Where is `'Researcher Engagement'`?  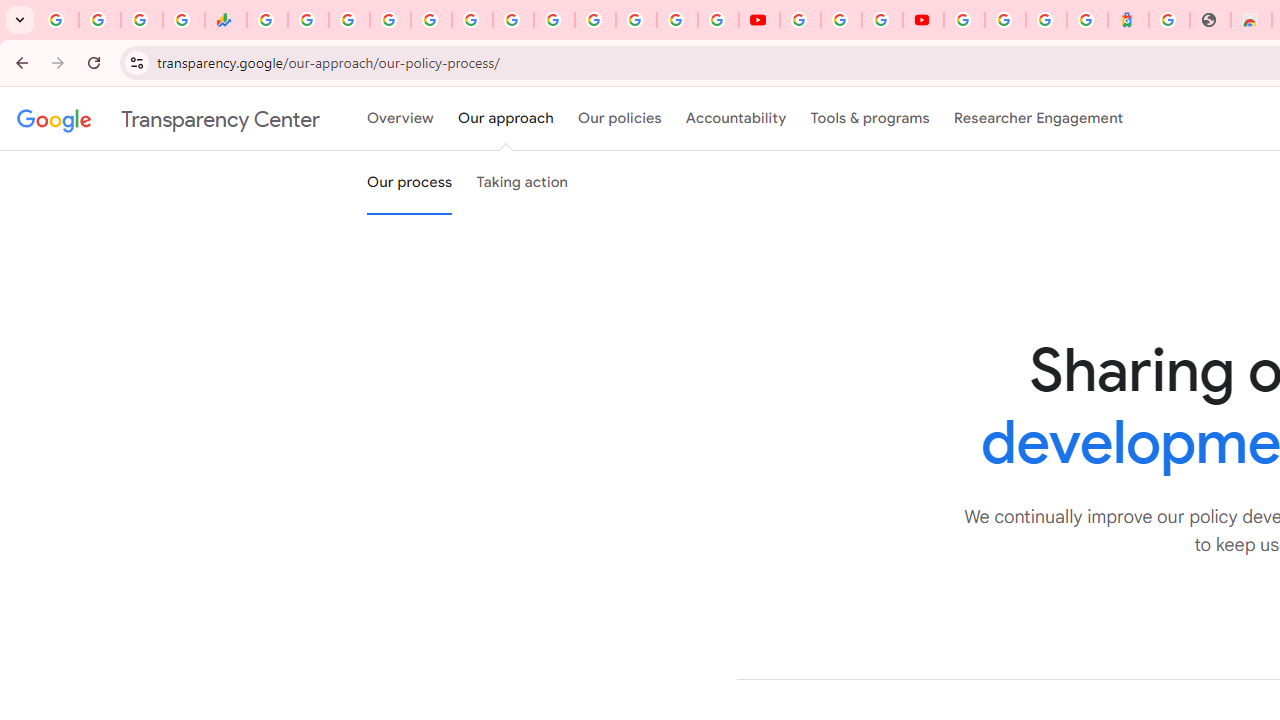 'Researcher Engagement' is located at coordinates (1038, 119).